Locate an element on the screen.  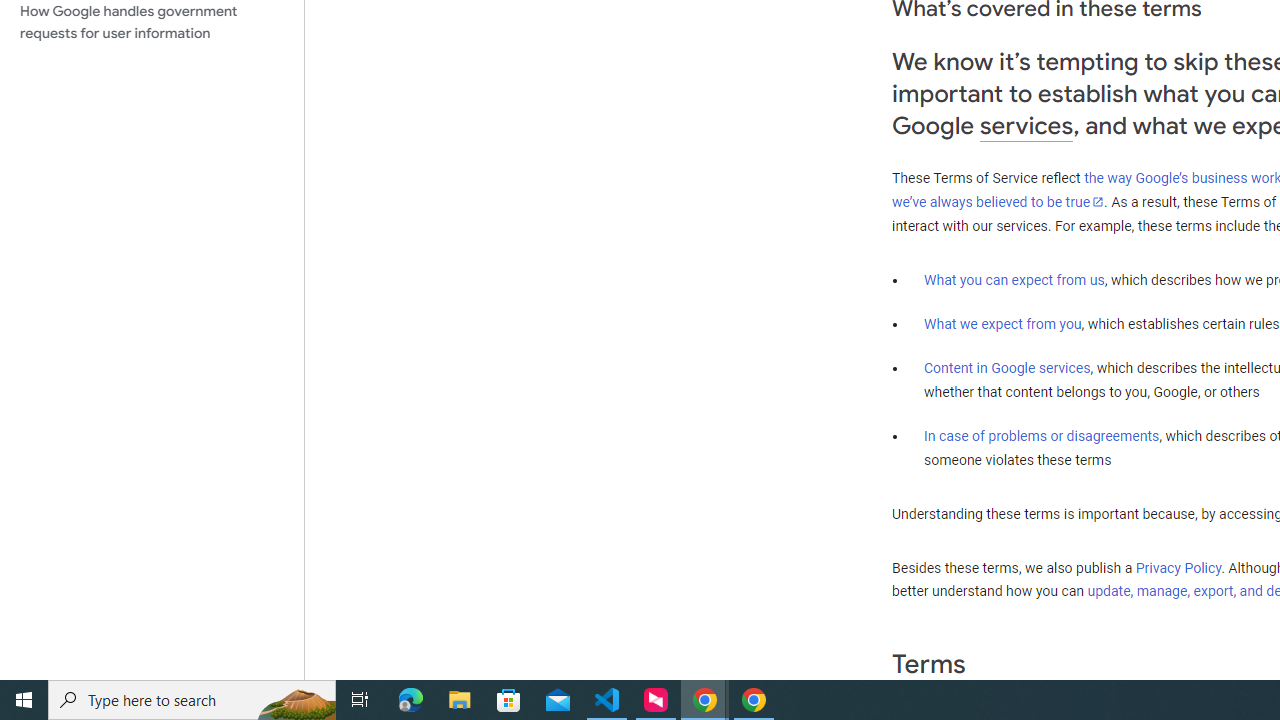
'Content in Google services' is located at coordinates (1007, 368).